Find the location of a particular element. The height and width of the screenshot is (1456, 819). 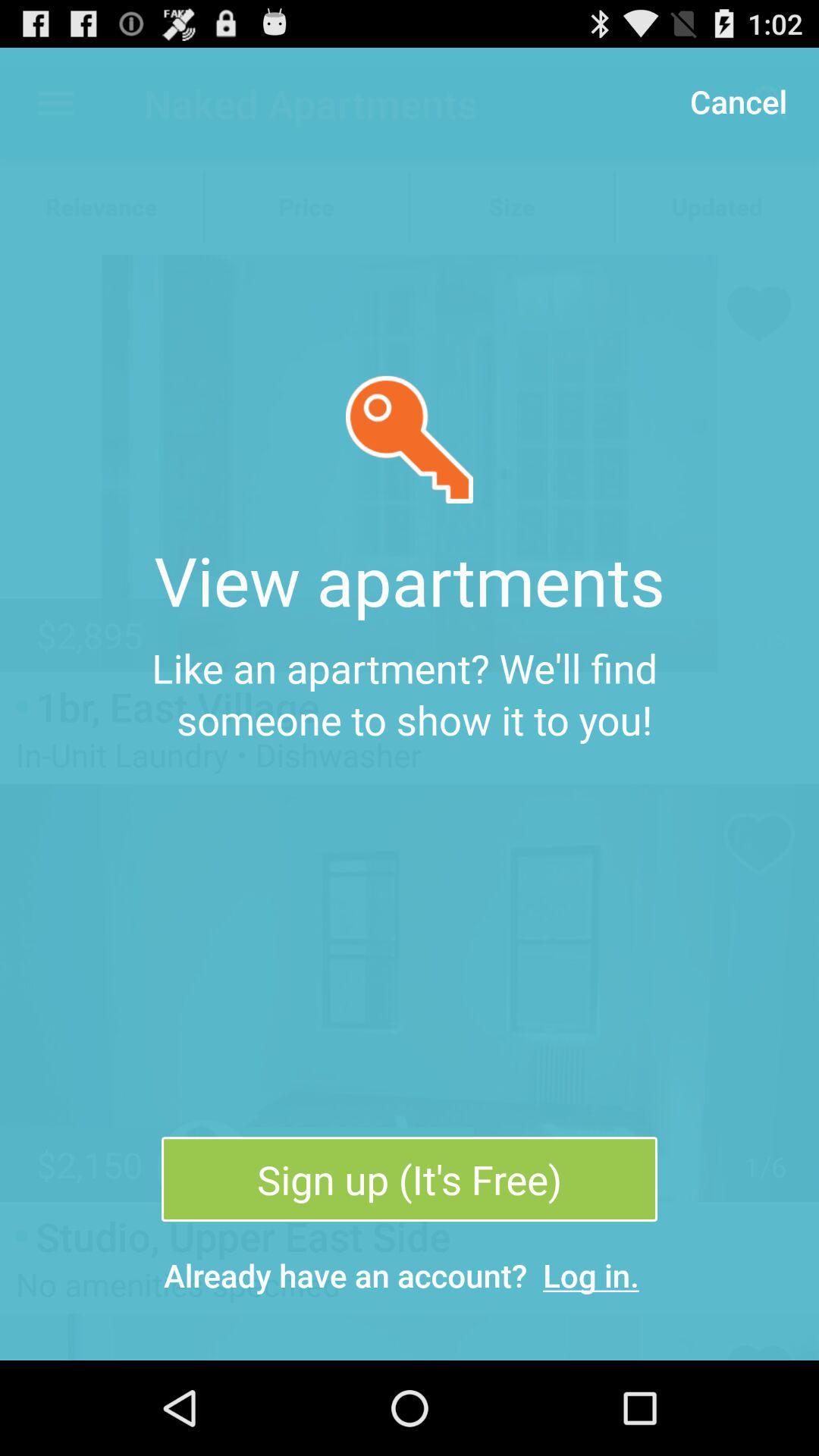

icon at the top right corner is located at coordinates (737, 100).